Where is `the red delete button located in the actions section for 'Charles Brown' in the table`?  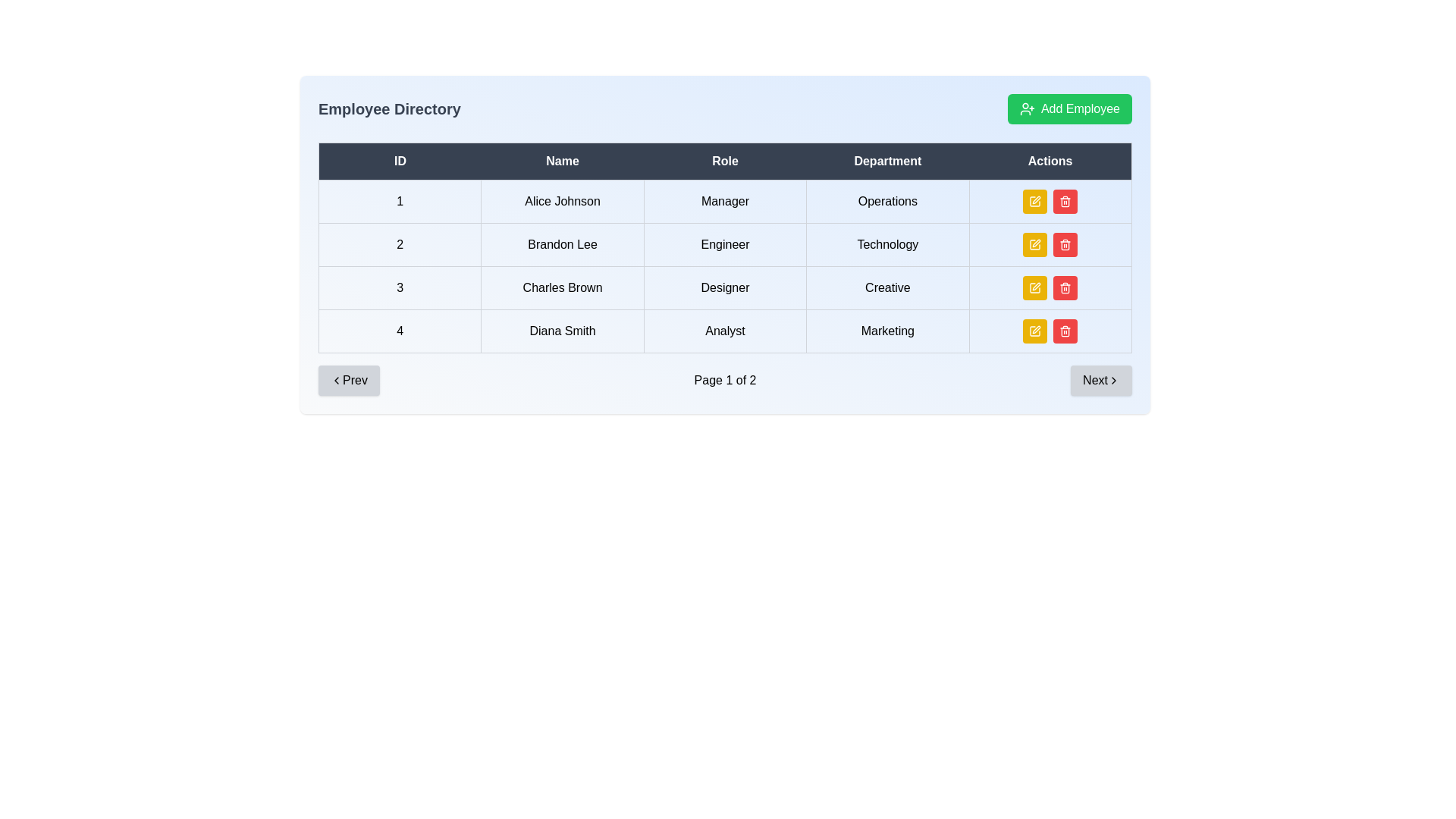
the red delete button located in the actions section for 'Charles Brown' in the table is located at coordinates (1050, 288).